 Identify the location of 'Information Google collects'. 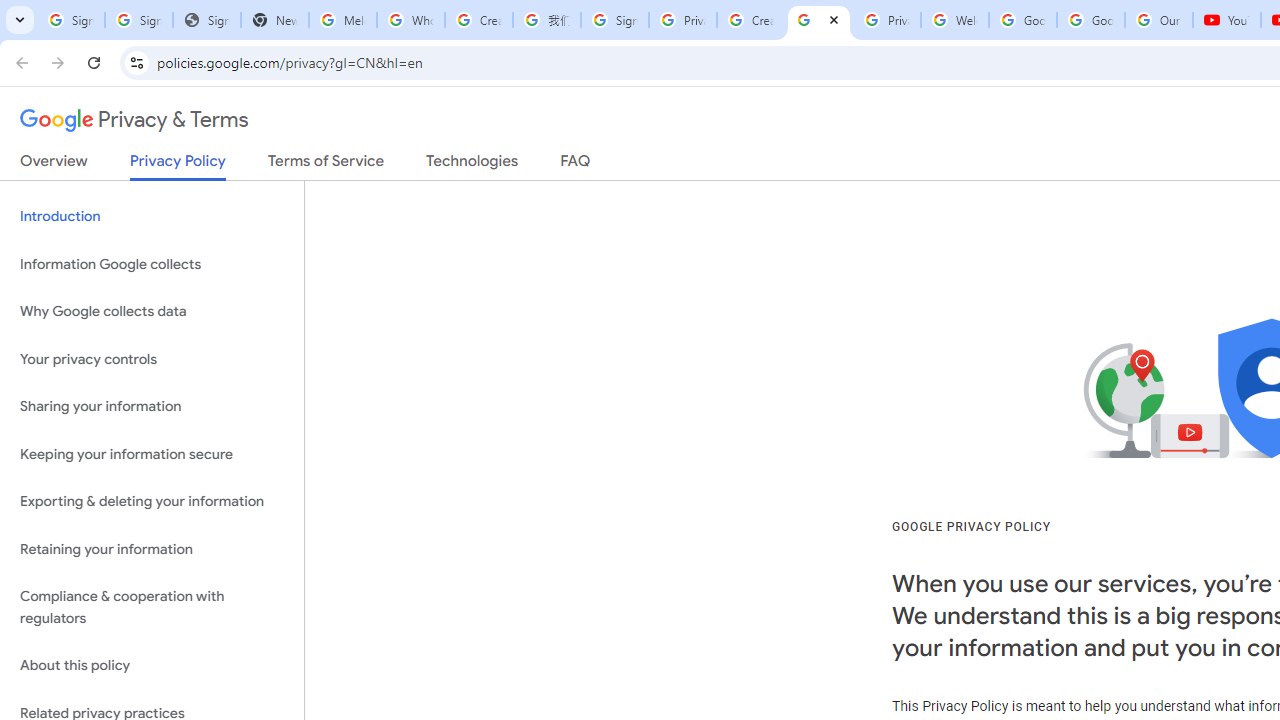
(151, 263).